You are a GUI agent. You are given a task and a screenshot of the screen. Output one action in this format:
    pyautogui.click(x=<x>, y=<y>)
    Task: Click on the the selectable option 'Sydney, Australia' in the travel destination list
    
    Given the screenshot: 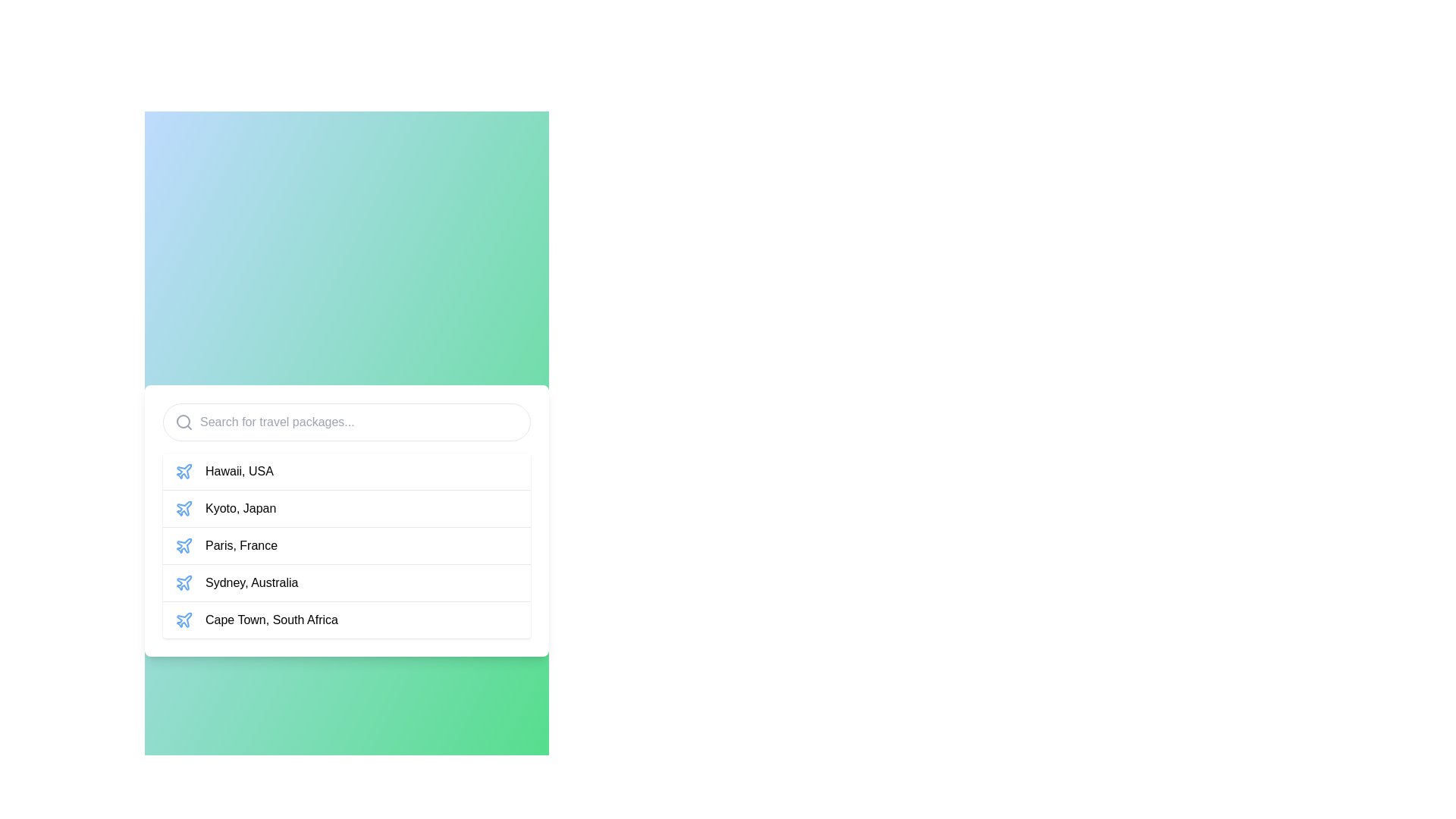 What is the action you would take?
    pyautogui.click(x=346, y=582)
    